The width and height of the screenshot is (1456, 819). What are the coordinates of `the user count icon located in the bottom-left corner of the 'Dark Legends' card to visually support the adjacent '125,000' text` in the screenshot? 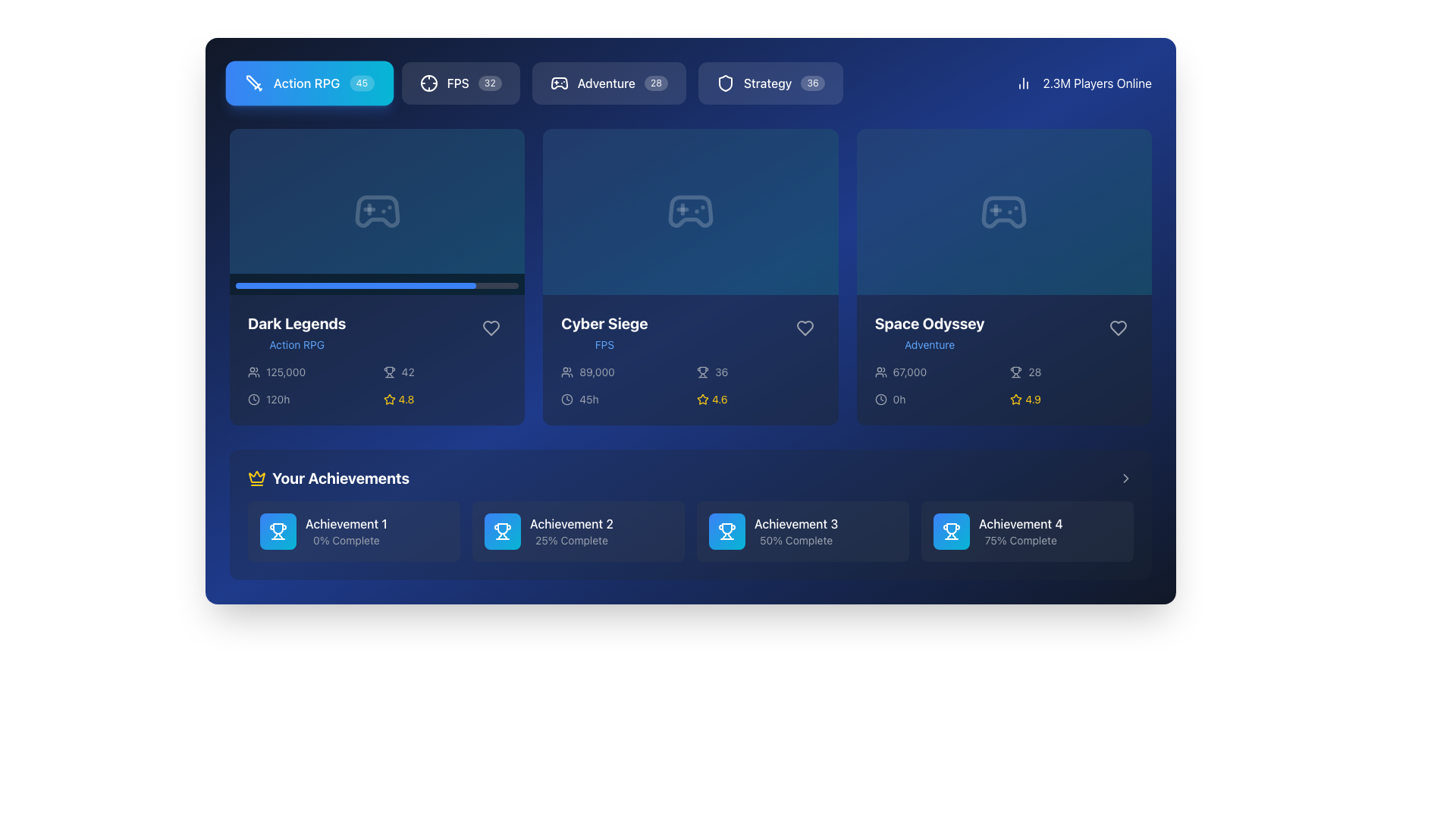 It's located at (254, 371).